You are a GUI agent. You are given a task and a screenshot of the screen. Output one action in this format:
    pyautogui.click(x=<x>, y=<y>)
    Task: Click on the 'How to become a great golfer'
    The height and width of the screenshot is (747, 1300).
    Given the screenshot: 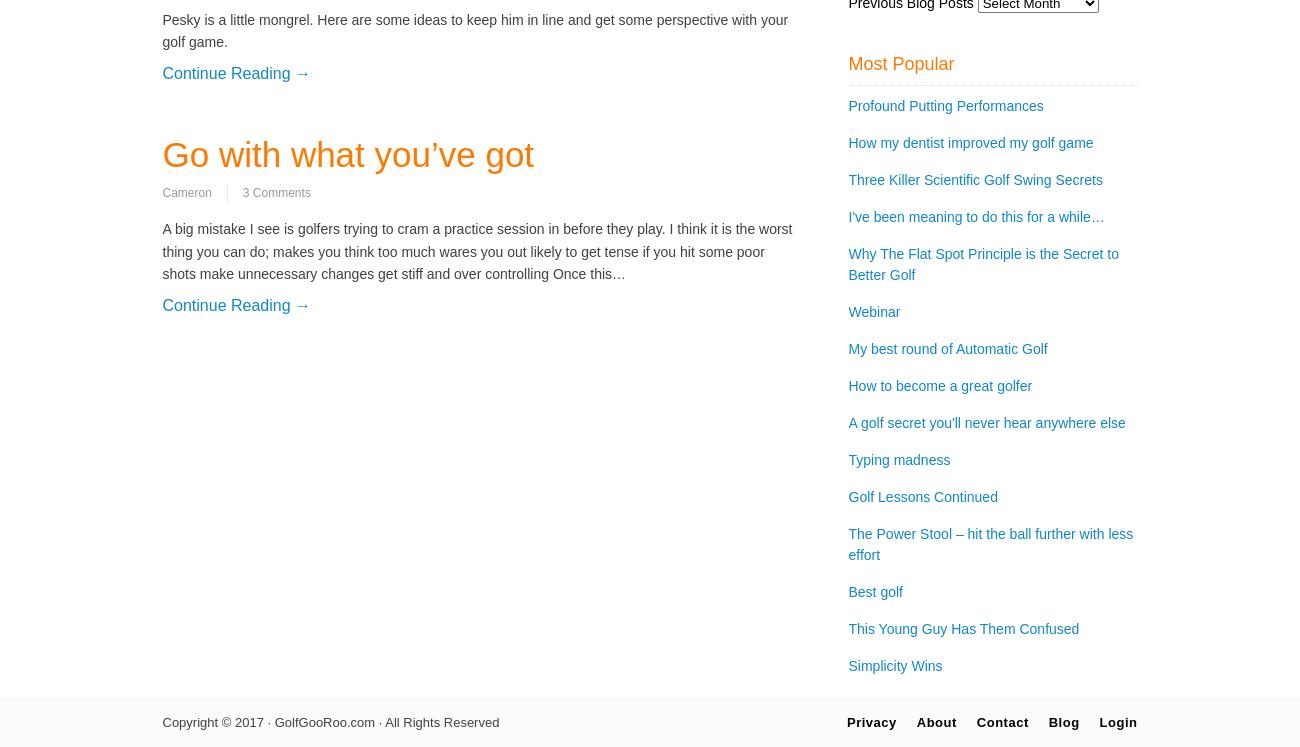 What is the action you would take?
    pyautogui.click(x=940, y=384)
    